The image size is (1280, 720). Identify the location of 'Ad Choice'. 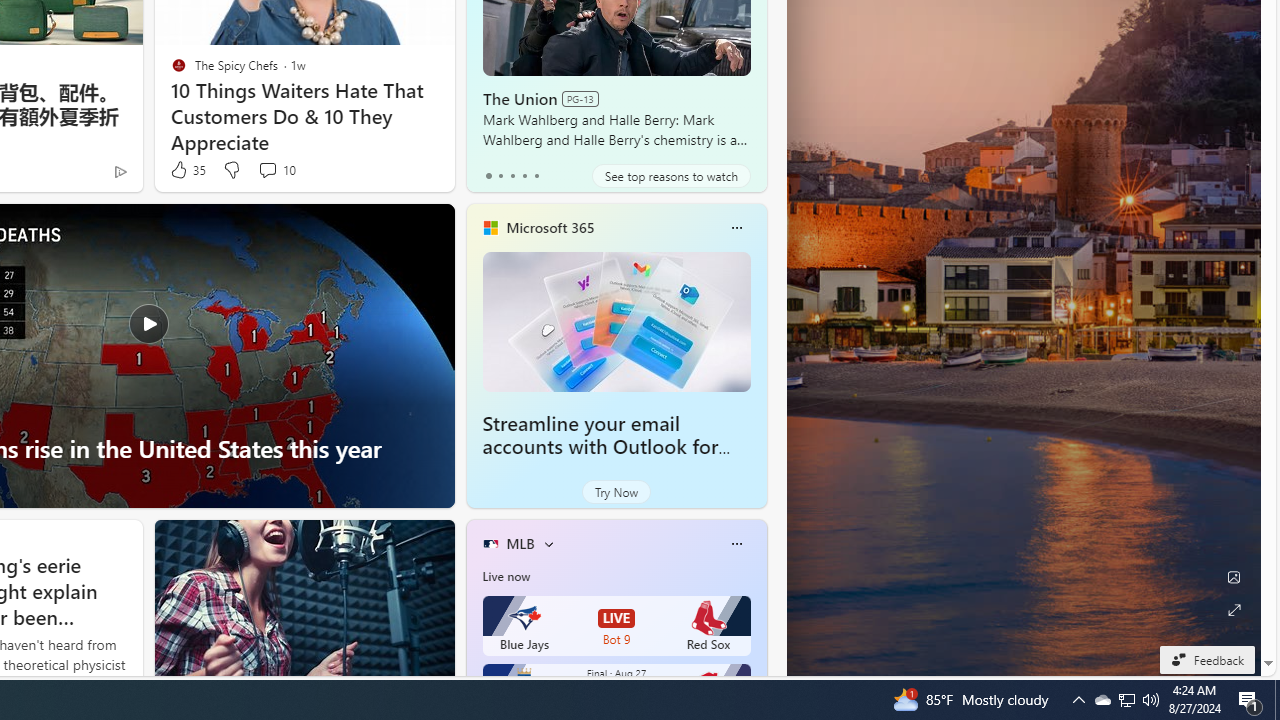
(119, 170).